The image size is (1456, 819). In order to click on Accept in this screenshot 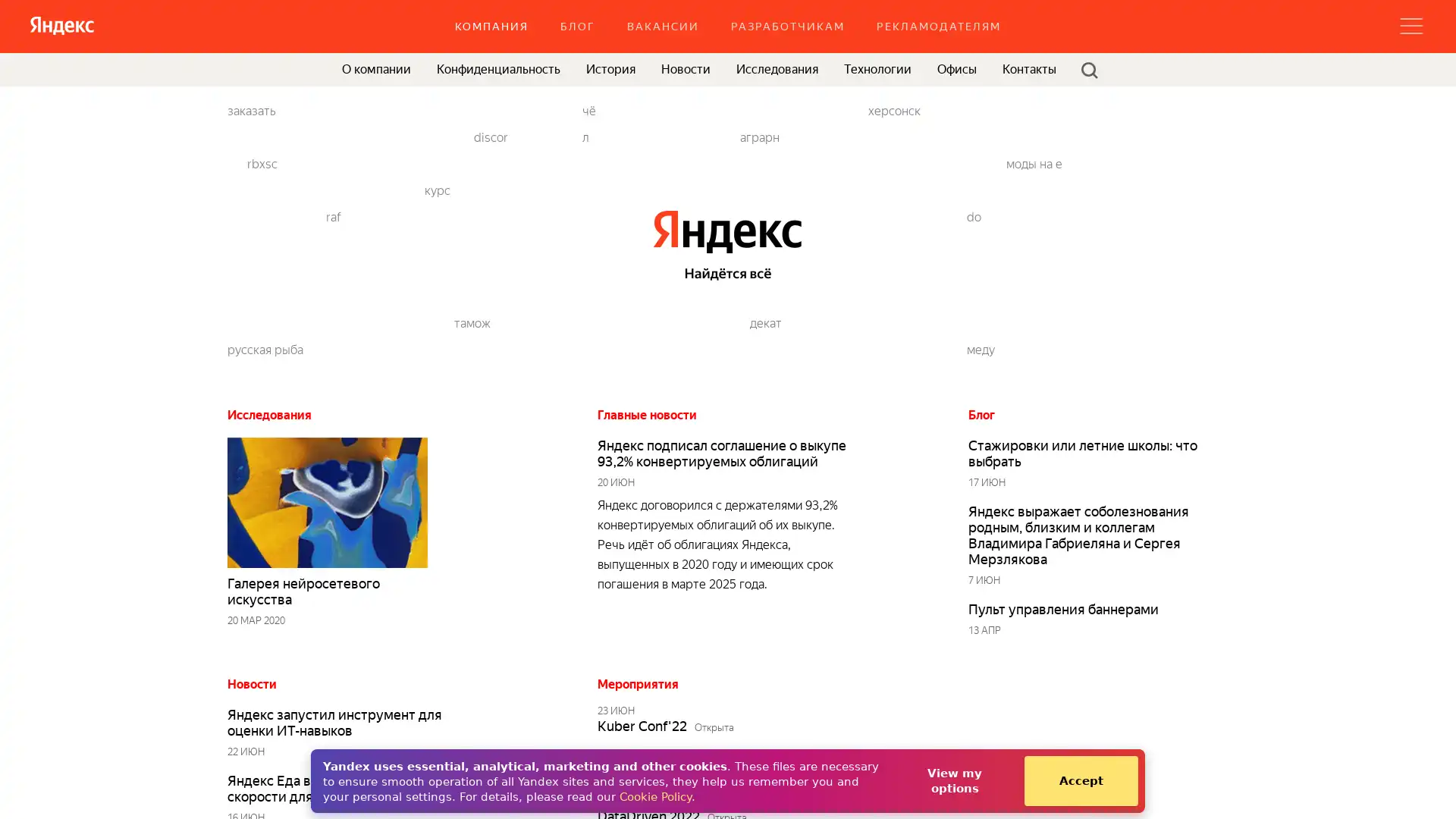, I will do `click(1080, 780)`.